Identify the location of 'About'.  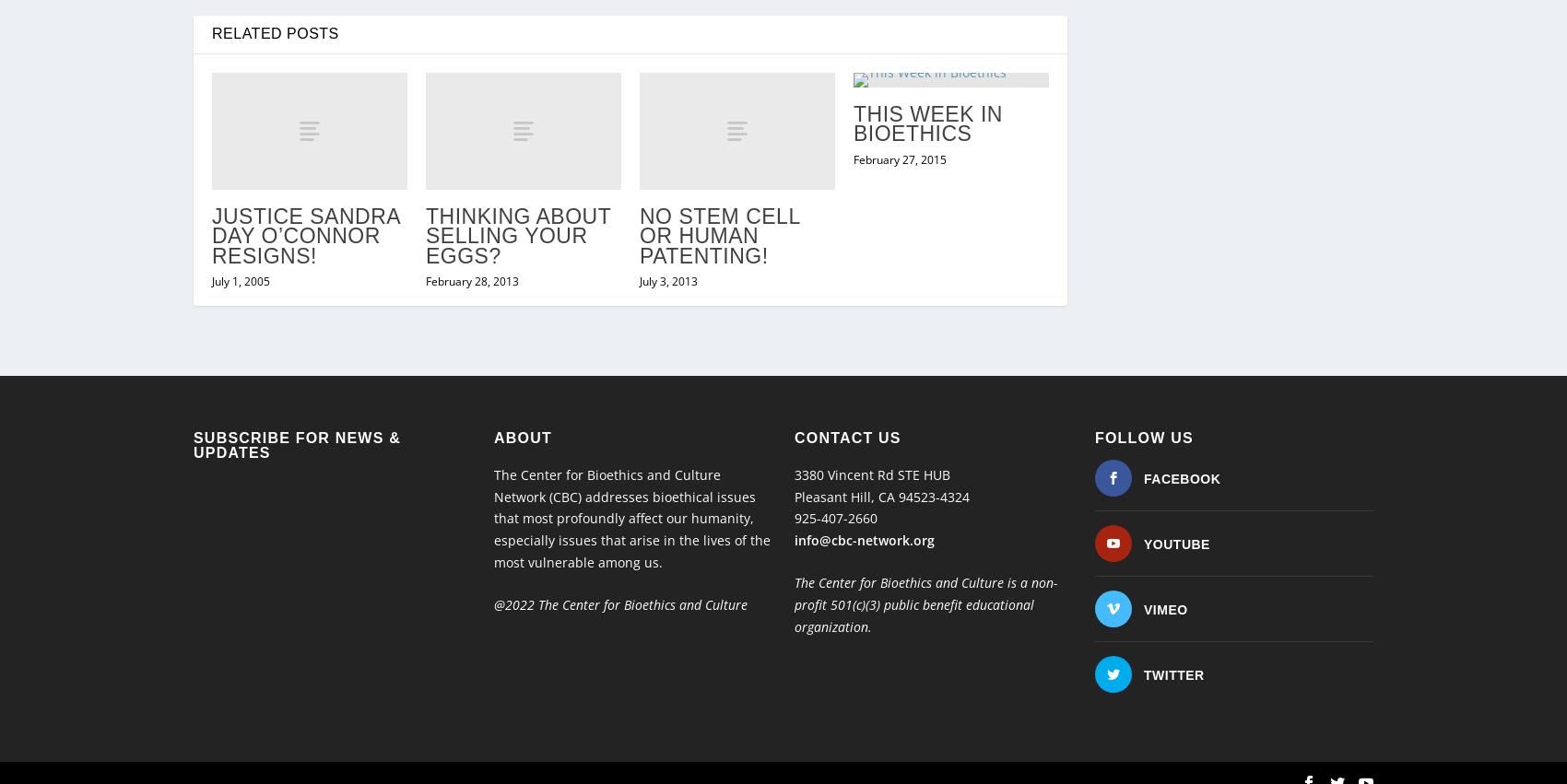
(521, 399).